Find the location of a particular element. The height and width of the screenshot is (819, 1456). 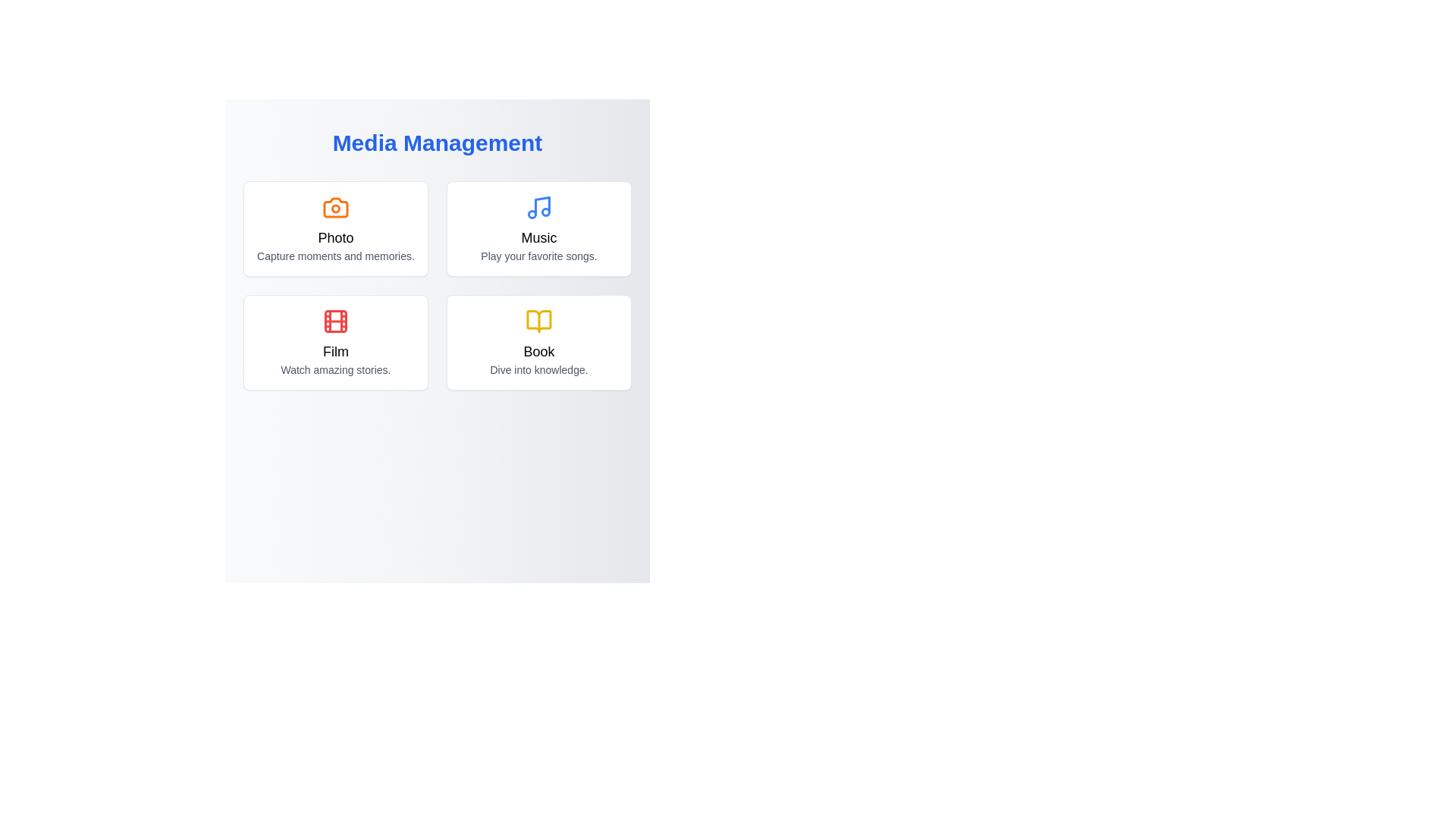

the 'Film' icon in the 'Media Management' interface, located in the bottom-left quadrant of the grid layout is located at coordinates (334, 321).